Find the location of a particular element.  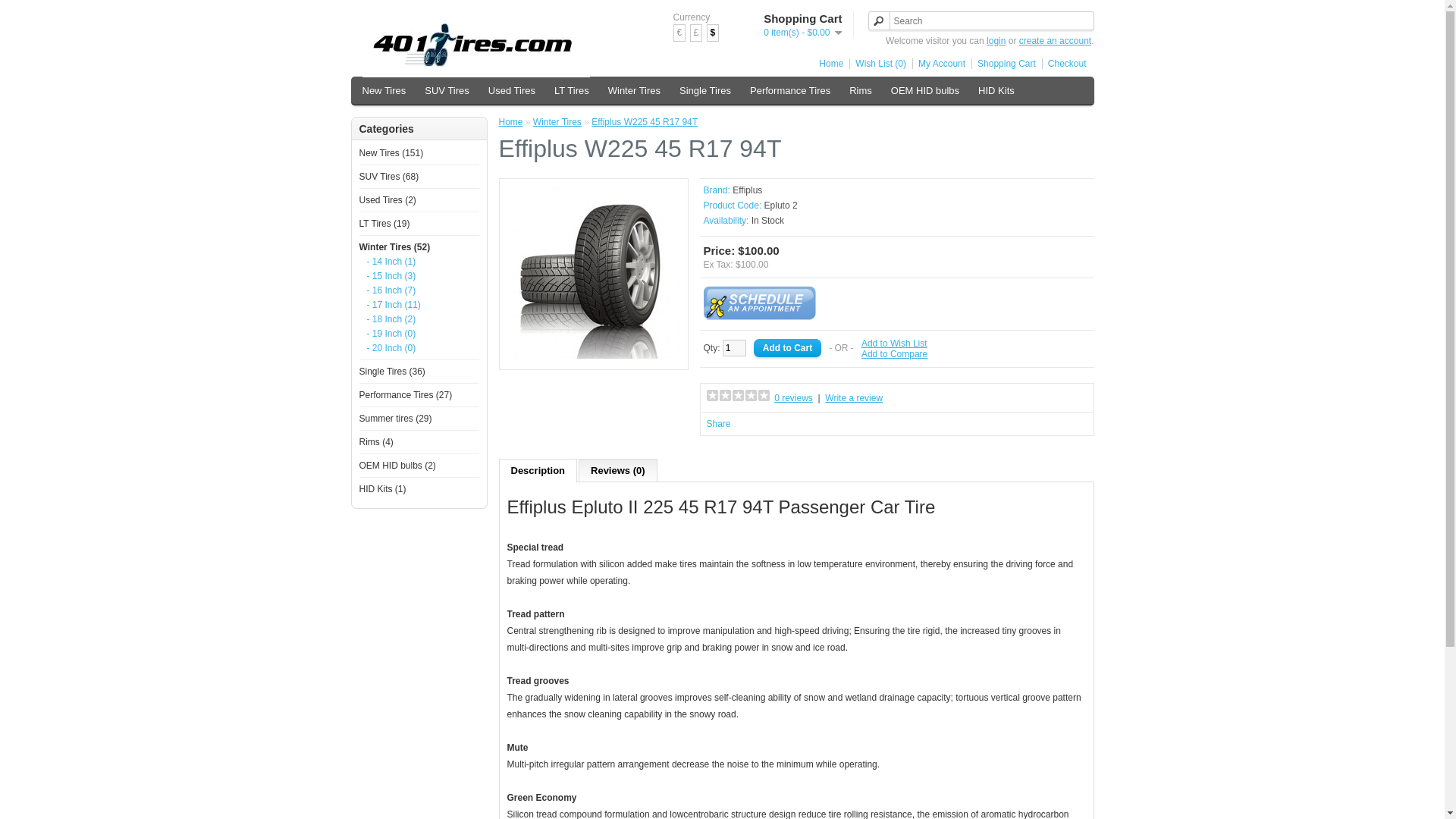

'New Tires' is located at coordinates (384, 90).